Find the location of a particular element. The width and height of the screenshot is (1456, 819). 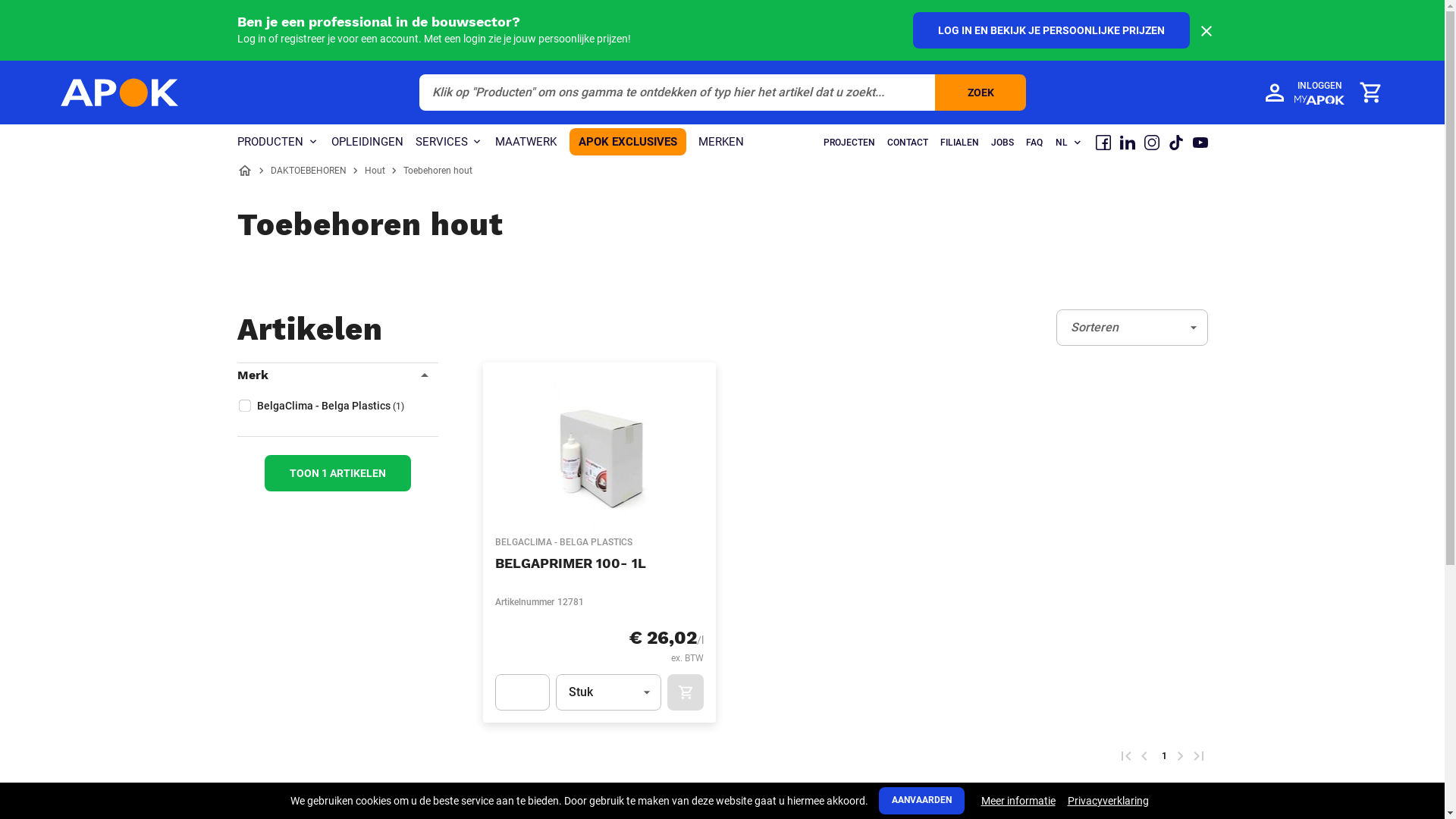

'PRODUCTEN' is located at coordinates (277, 142).